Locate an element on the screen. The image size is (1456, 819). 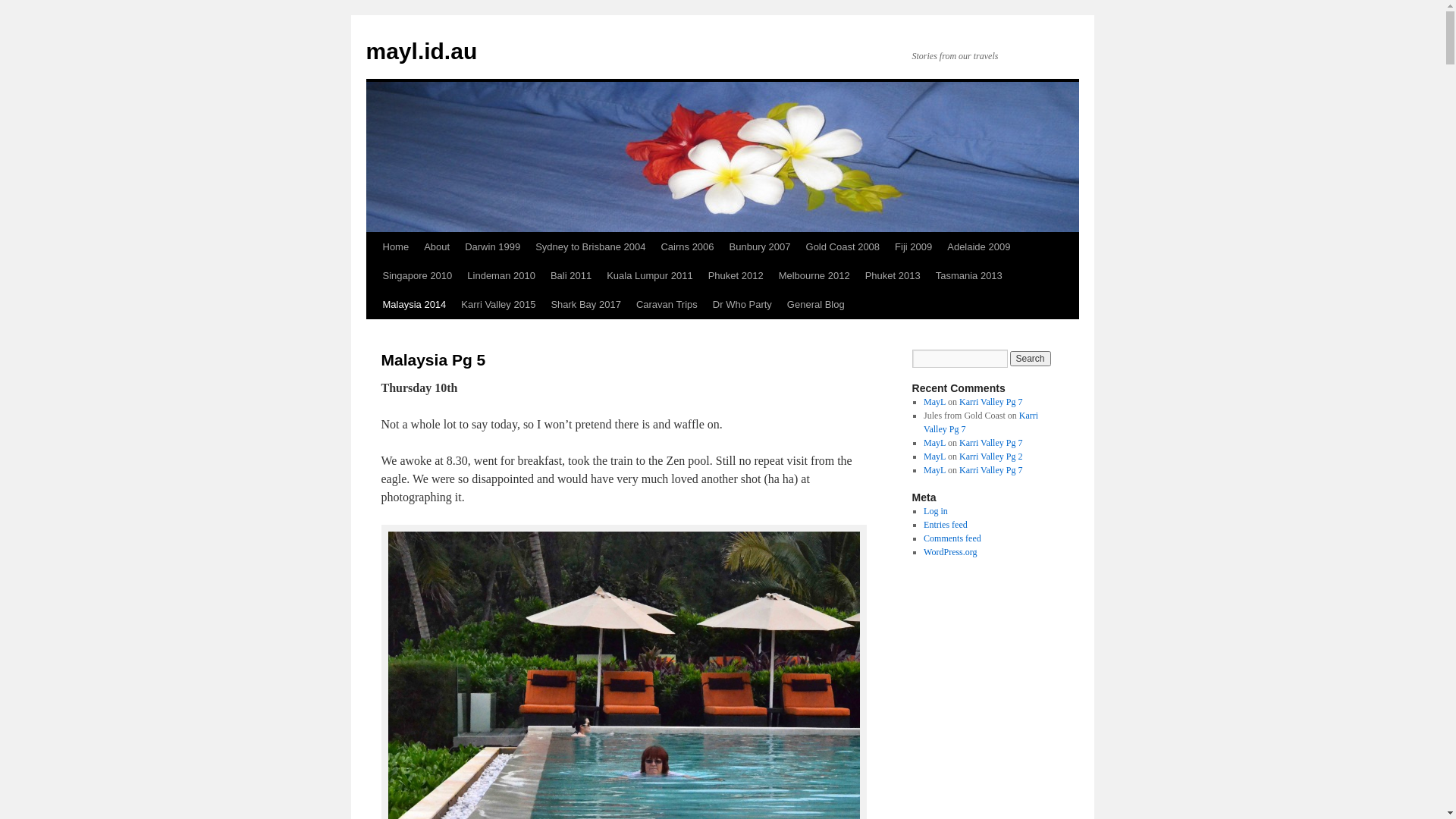
'MayL' is located at coordinates (934, 442).